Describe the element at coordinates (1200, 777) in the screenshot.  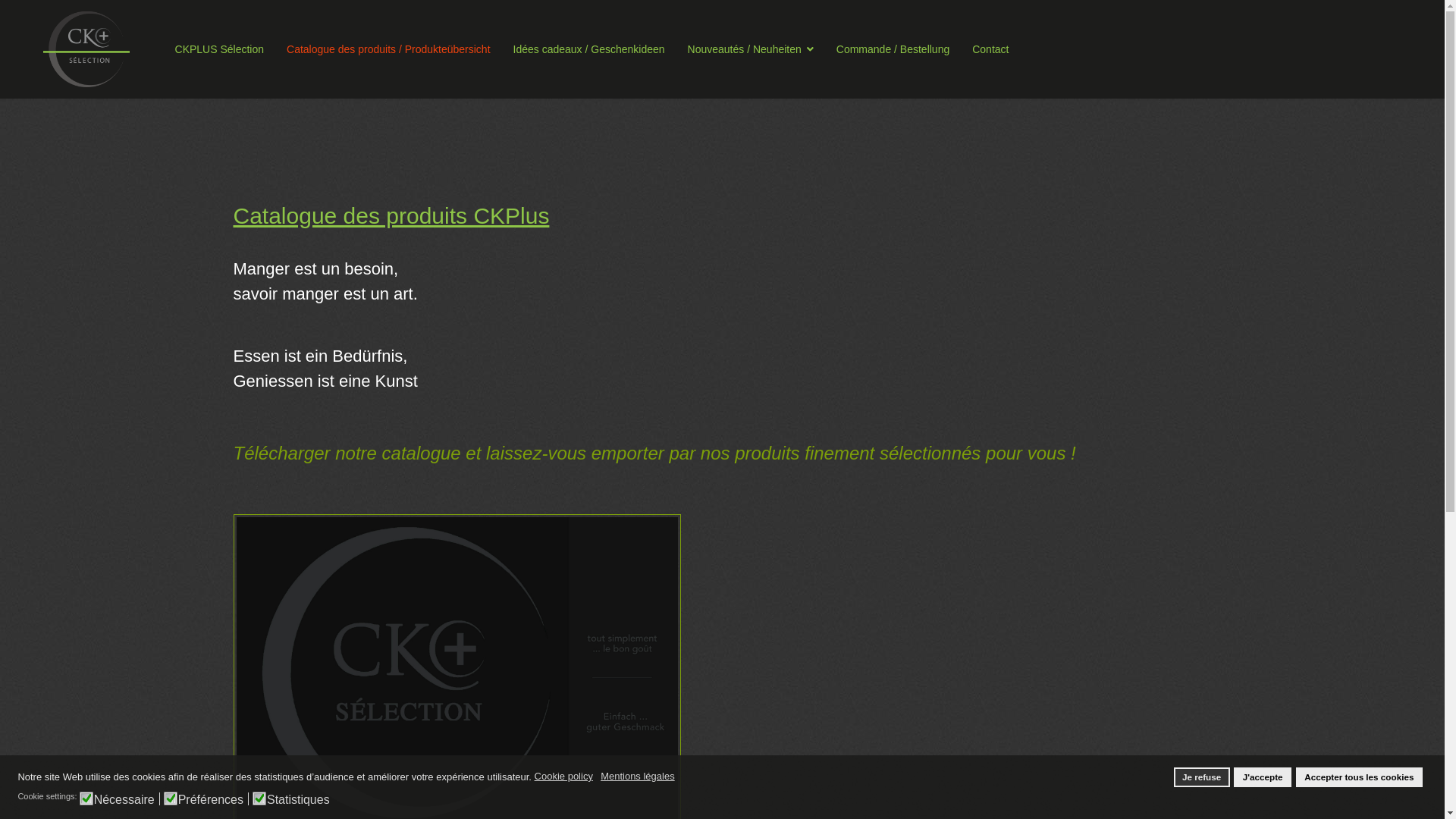
I see `'Je refuse'` at that location.